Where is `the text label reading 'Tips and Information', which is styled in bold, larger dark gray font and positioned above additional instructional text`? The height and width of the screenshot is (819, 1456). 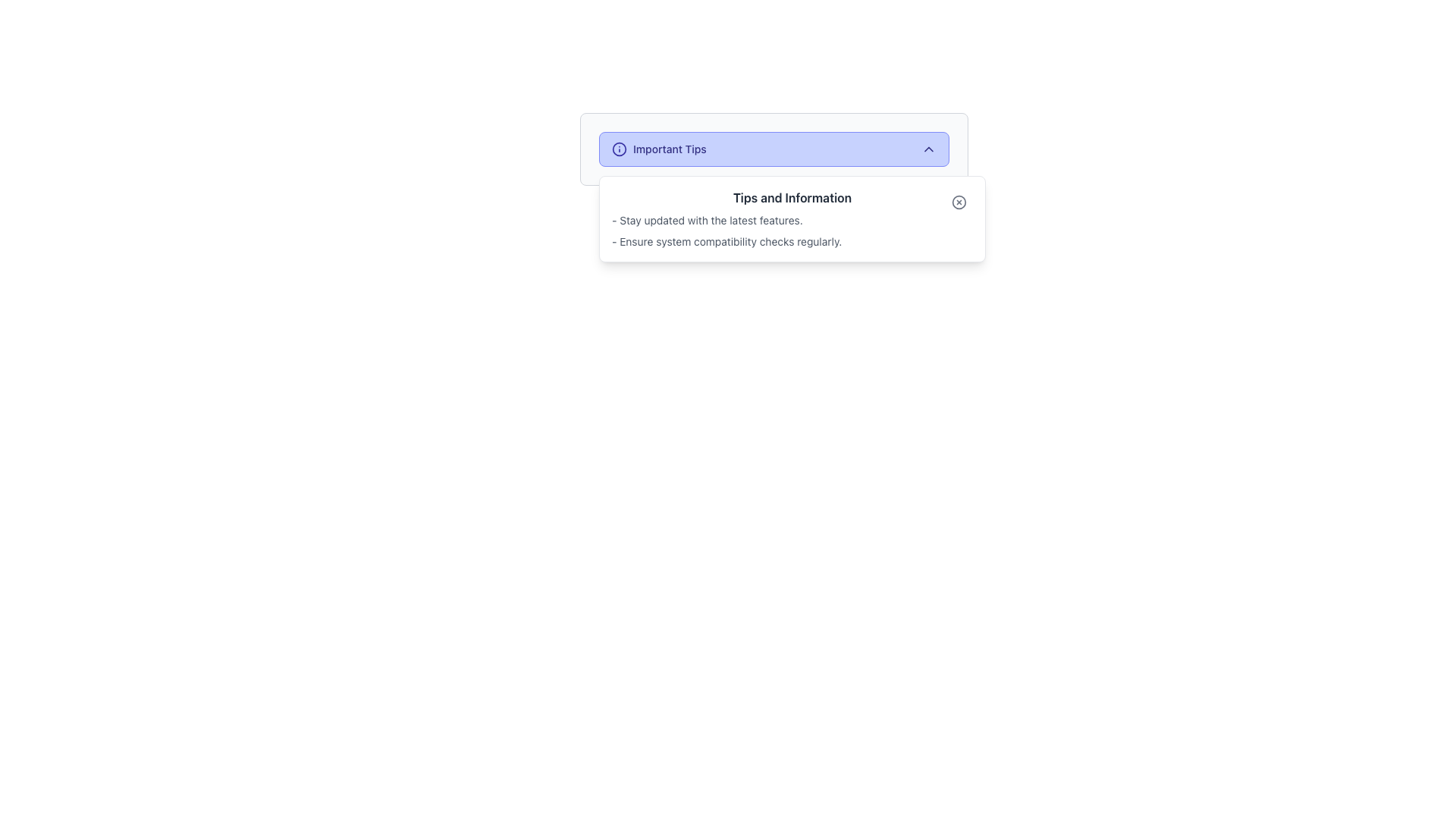
the text label reading 'Tips and Information', which is styled in bold, larger dark gray font and positioned above additional instructional text is located at coordinates (792, 197).